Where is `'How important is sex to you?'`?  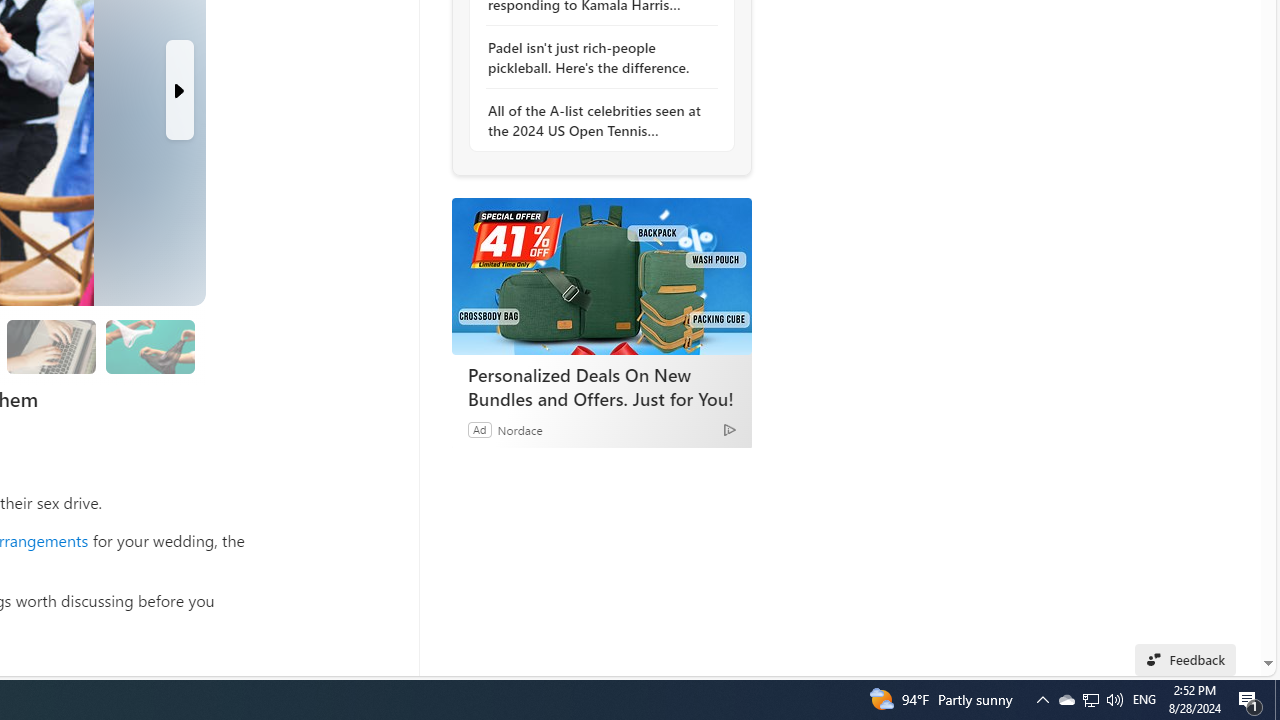
'How important is sex to you?' is located at coordinates (148, 345).